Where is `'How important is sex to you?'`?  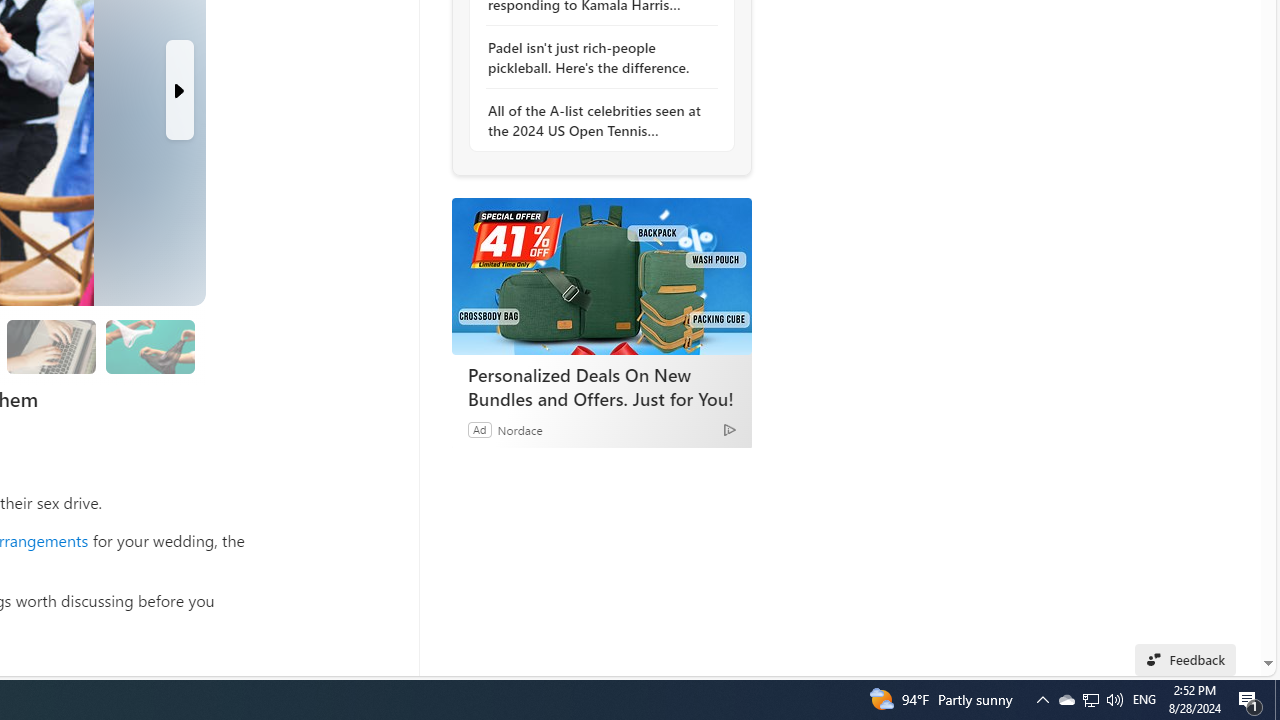
'How important is sex to you?' is located at coordinates (148, 345).